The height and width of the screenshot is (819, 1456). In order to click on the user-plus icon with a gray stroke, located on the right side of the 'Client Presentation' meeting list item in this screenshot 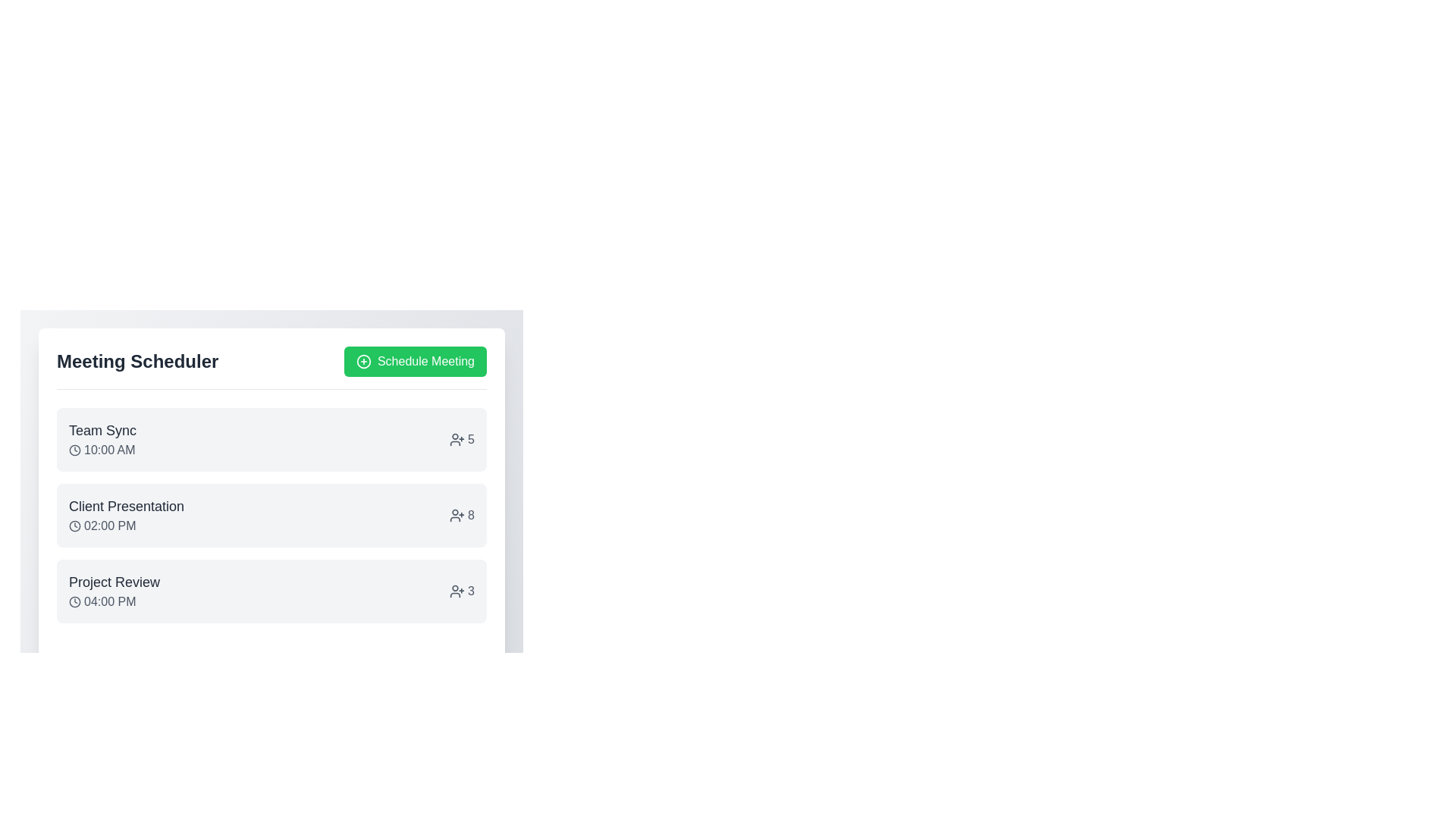, I will do `click(457, 514)`.